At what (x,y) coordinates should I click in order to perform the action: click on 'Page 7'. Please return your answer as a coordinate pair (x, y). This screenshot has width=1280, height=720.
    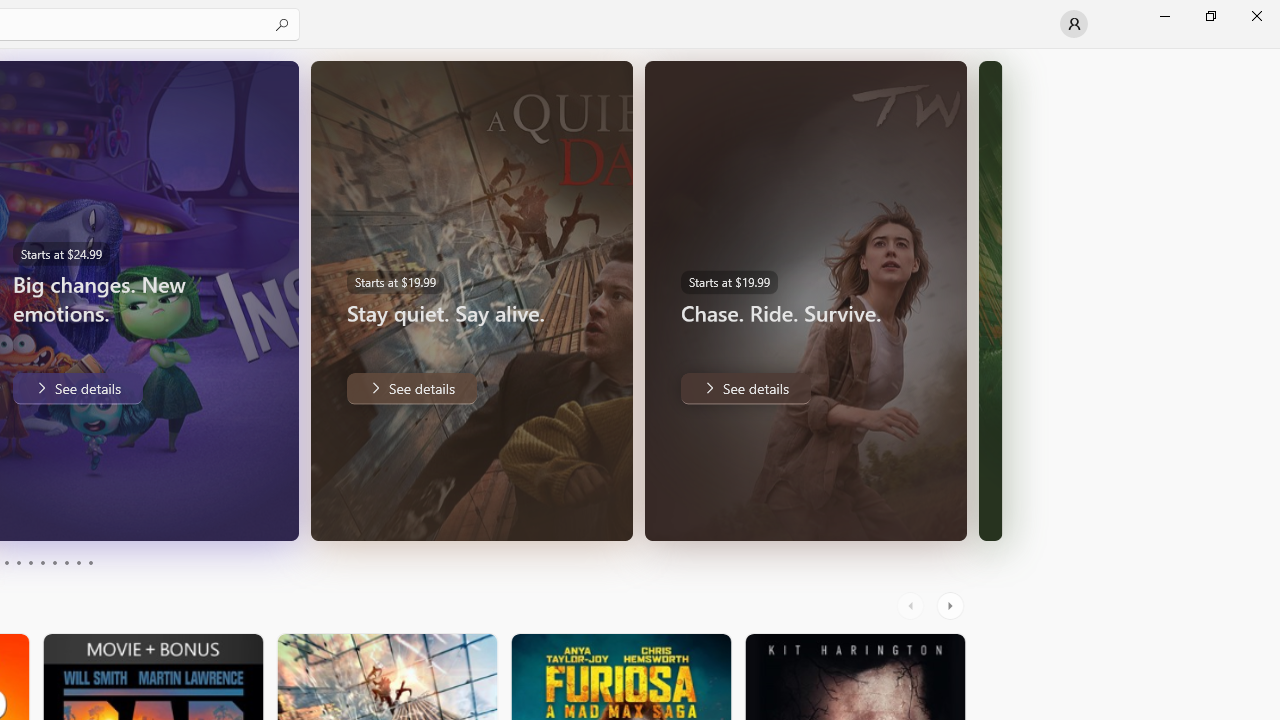
    Looking at the image, I should click on (54, 563).